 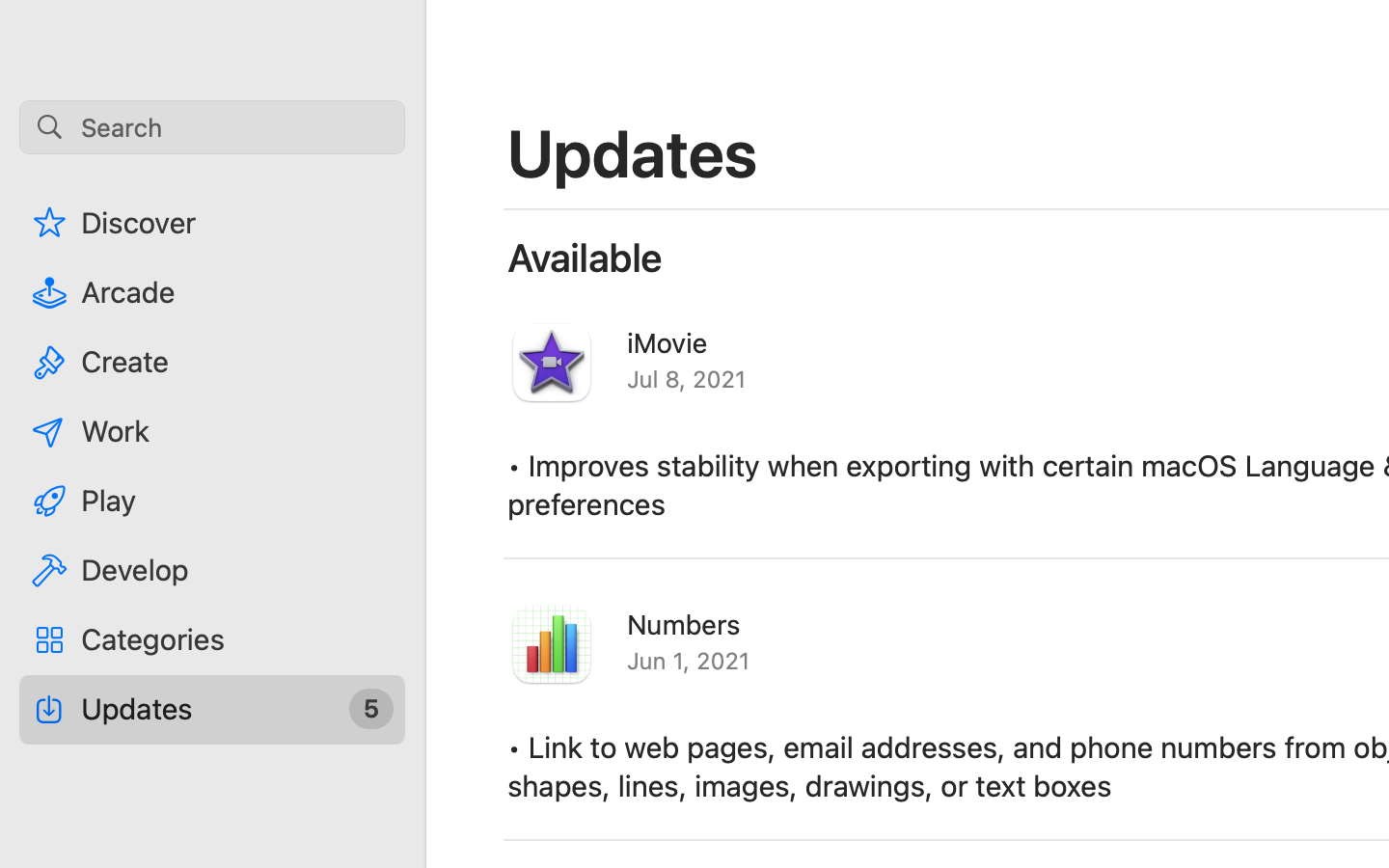 What do you see at coordinates (688, 659) in the screenshot?
I see `'Jun 1, 2021'` at bounding box center [688, 659].